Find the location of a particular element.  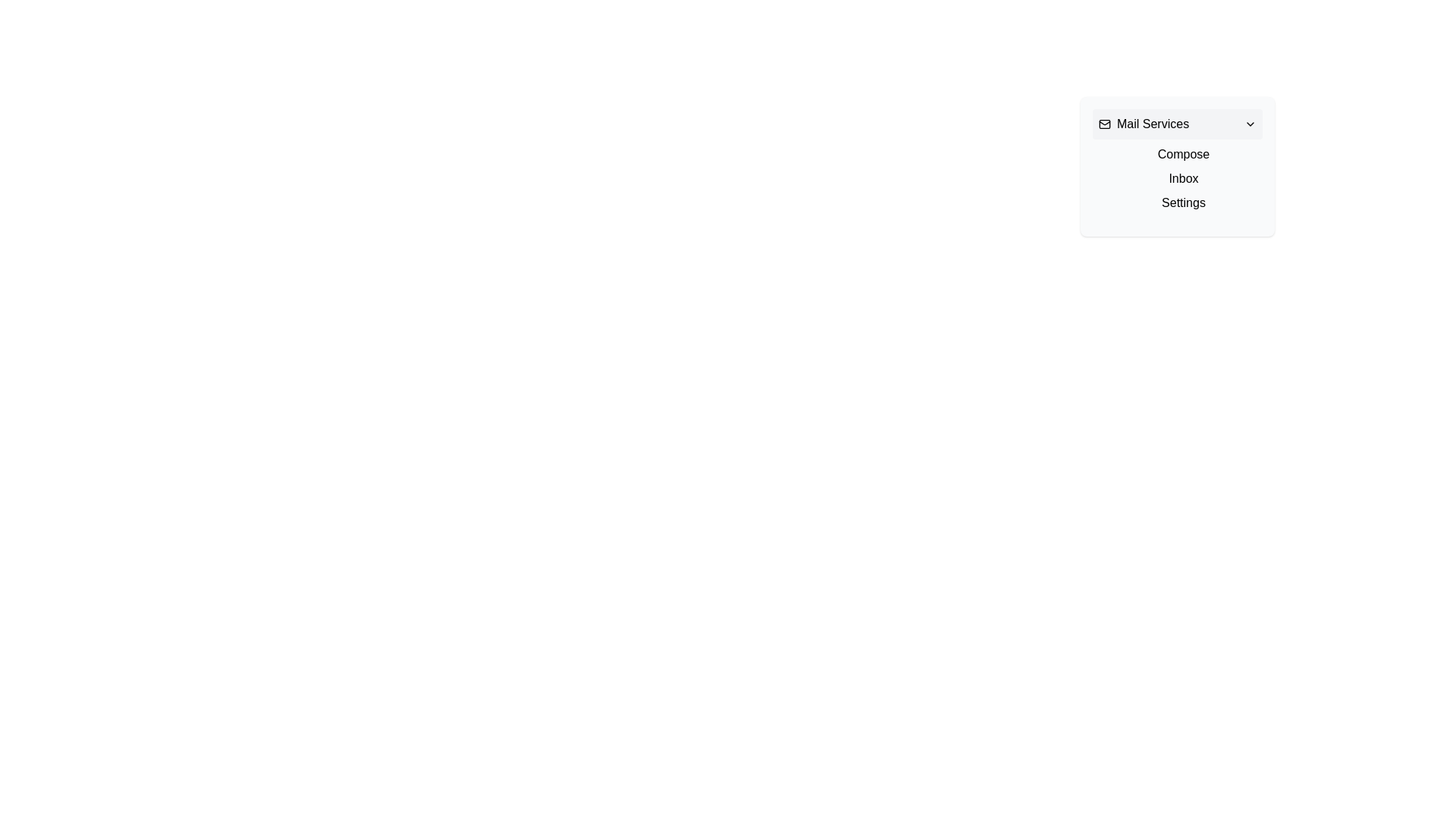

the 'Compose' text label in the dropdown menu, which is styled with a pointer cursor when hovered and changes to blue when clicked is located at coordinates (1182, 155).